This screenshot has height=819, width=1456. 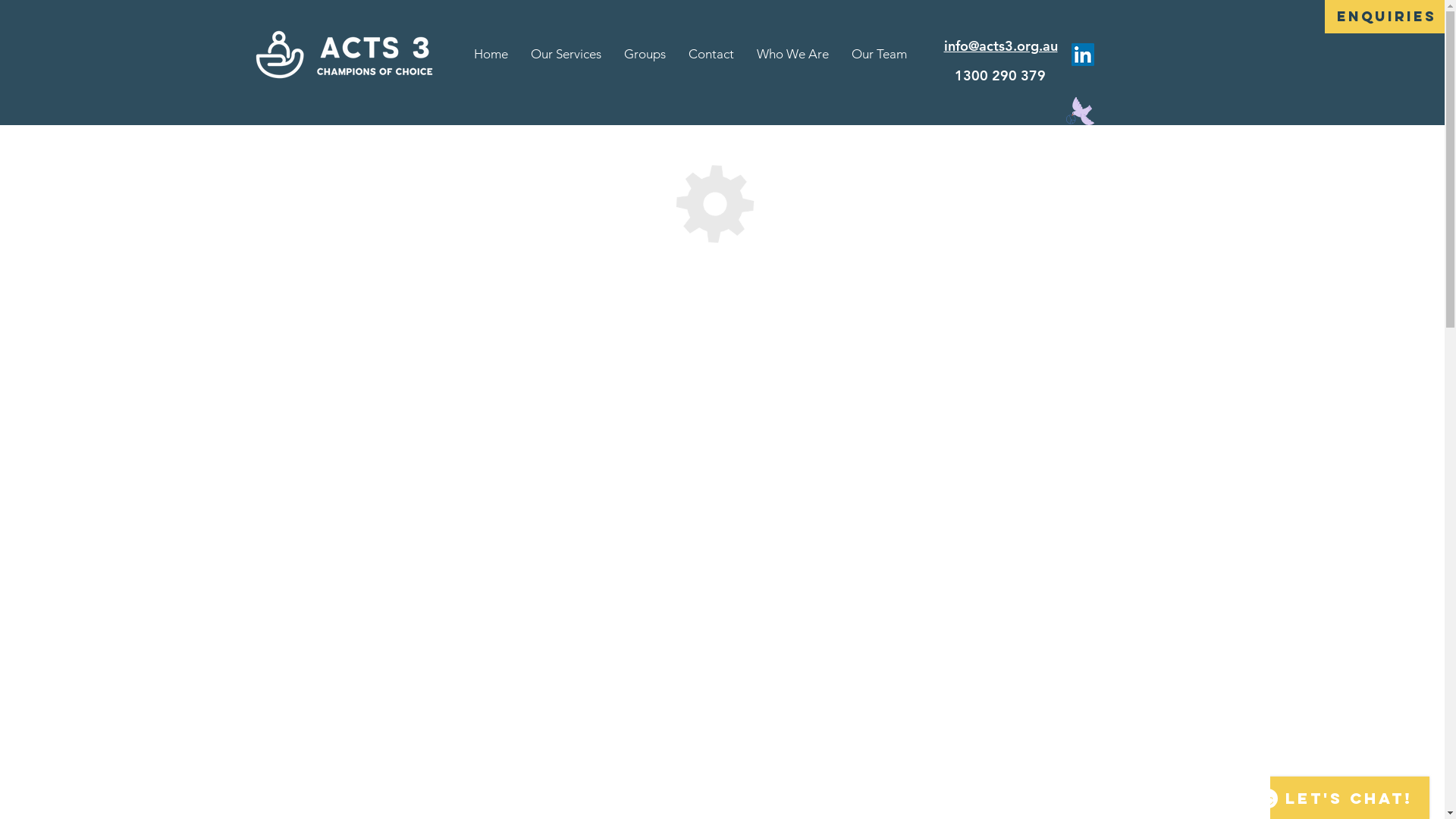 What do you see at coordinates (1386, 17) in the screenshot?
I see `'ENQUIRIES'` at bounding box center [1386, 17].